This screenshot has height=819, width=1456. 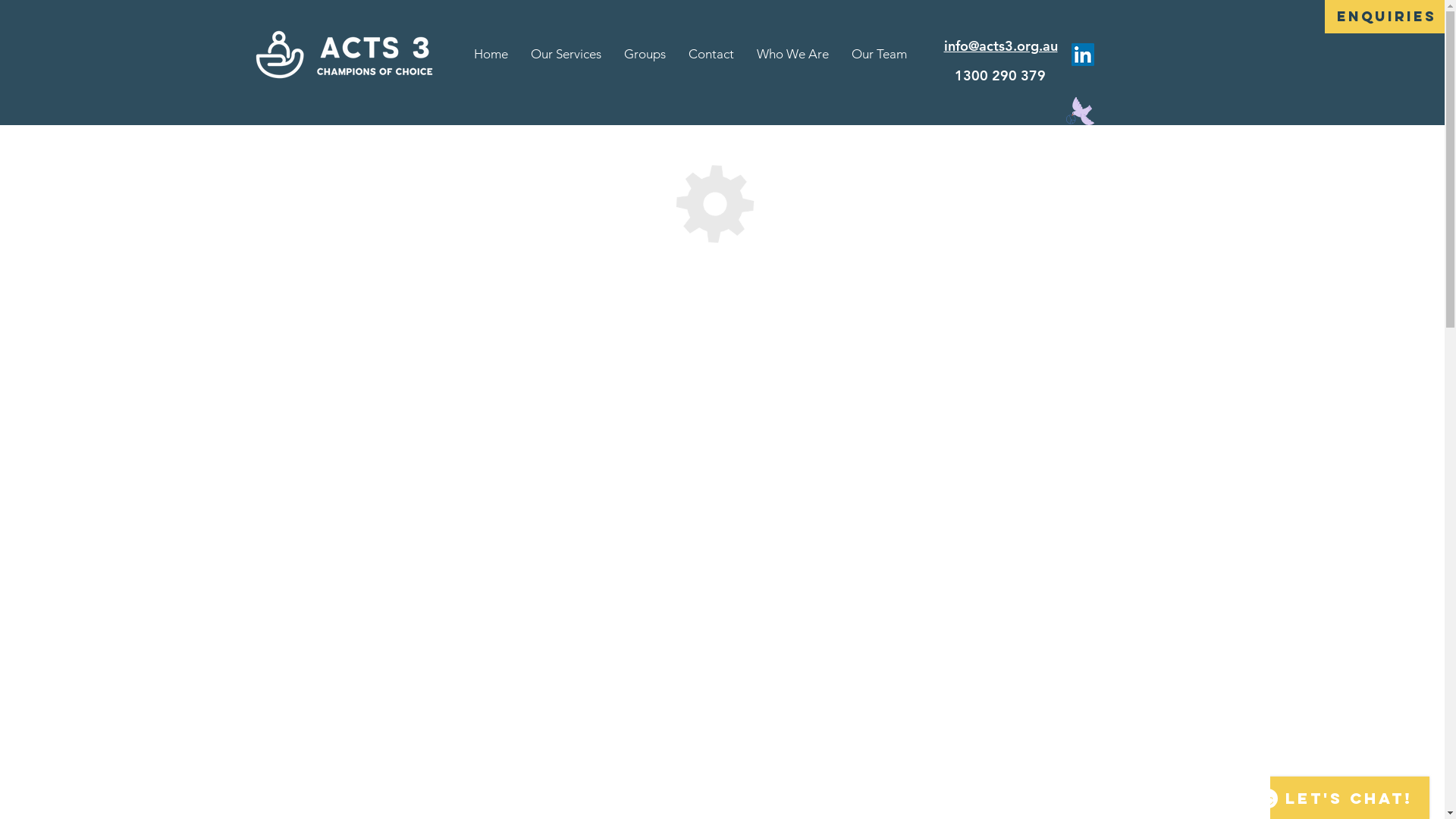 What do you see at coordinates (1386, 17) in the screenshot?
I see `'ENQUIRIES'` at bounding box center [1386, 17].